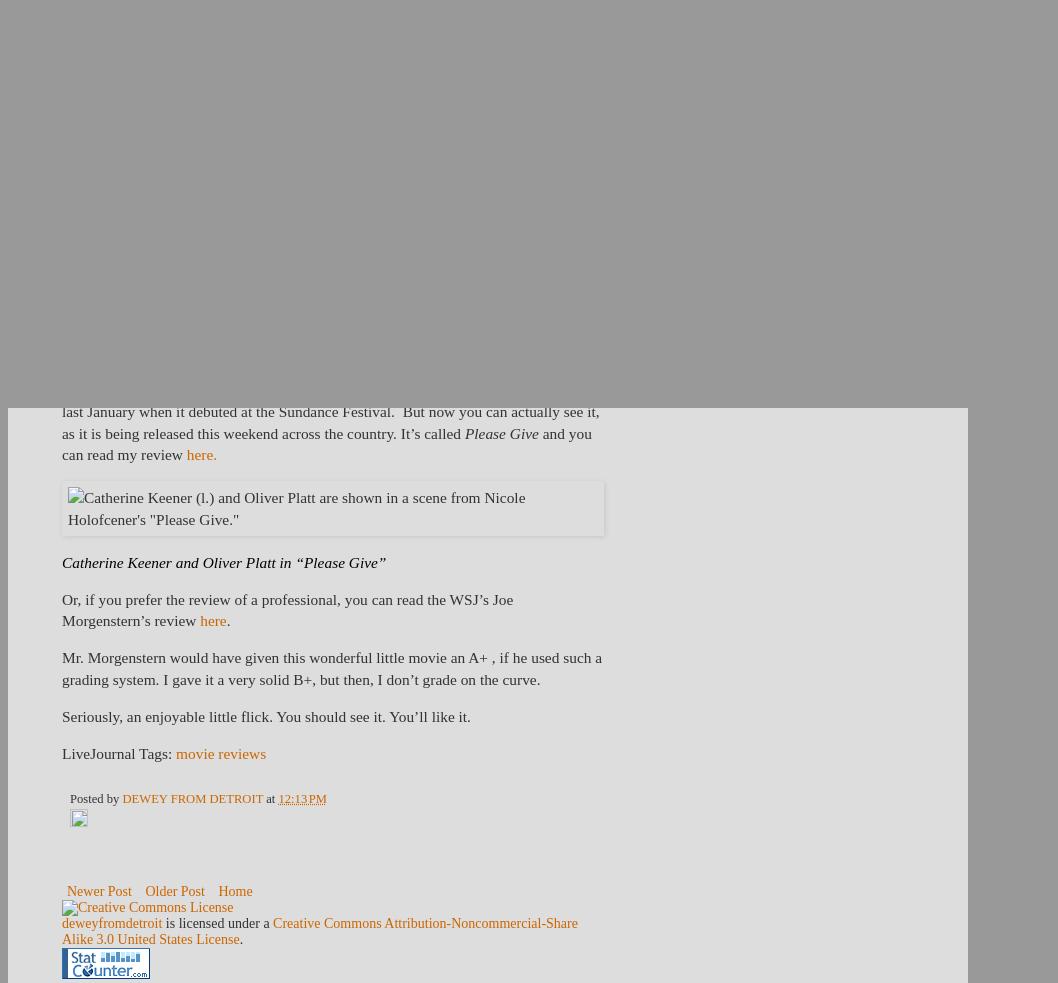 The width and height of the screenshot is (1058, 983). I want to click on 'Come for the Politics, Stay for the Pathologies', so click(486, 190).